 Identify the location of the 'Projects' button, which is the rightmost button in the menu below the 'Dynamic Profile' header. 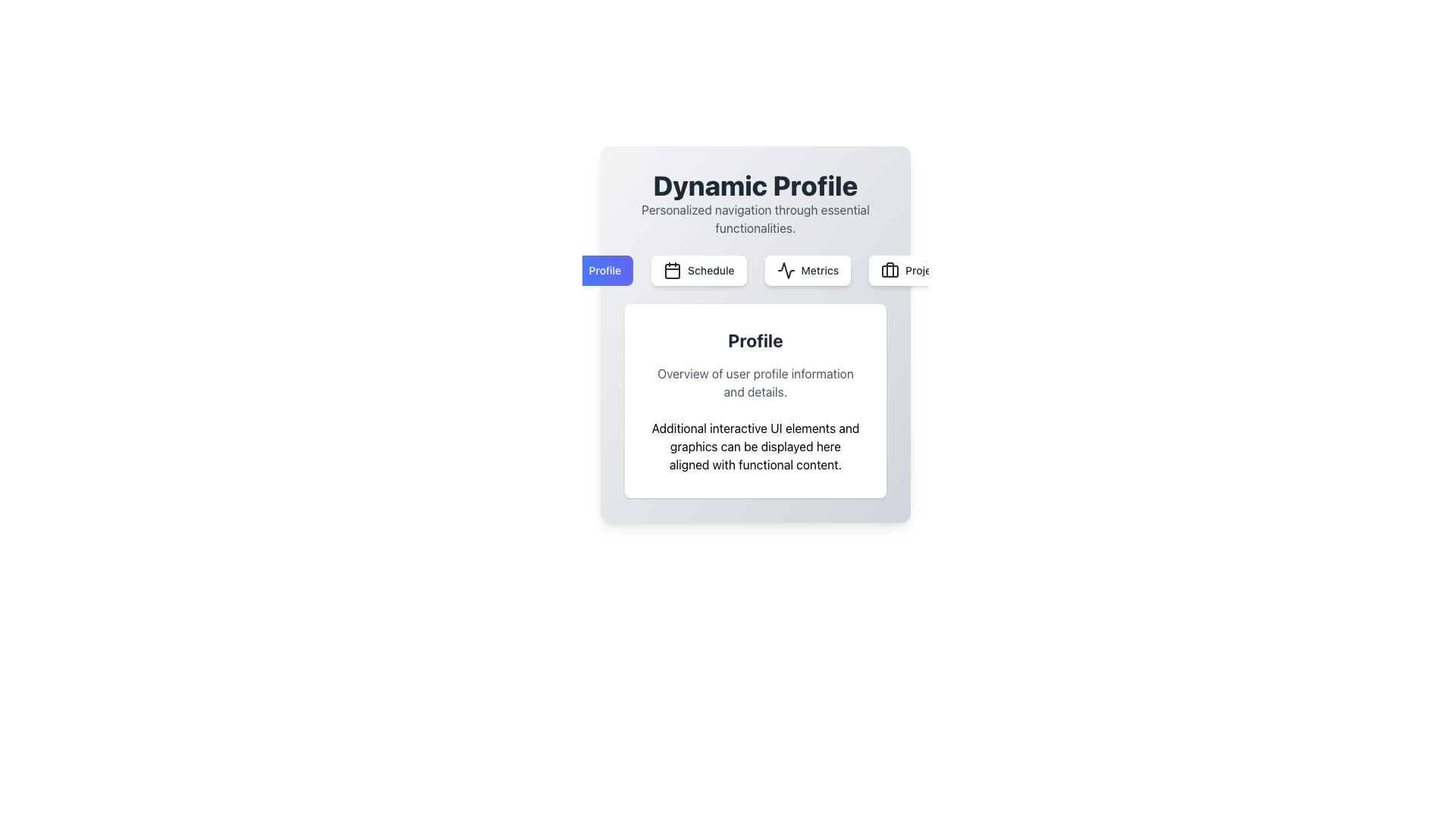
(913, 270).